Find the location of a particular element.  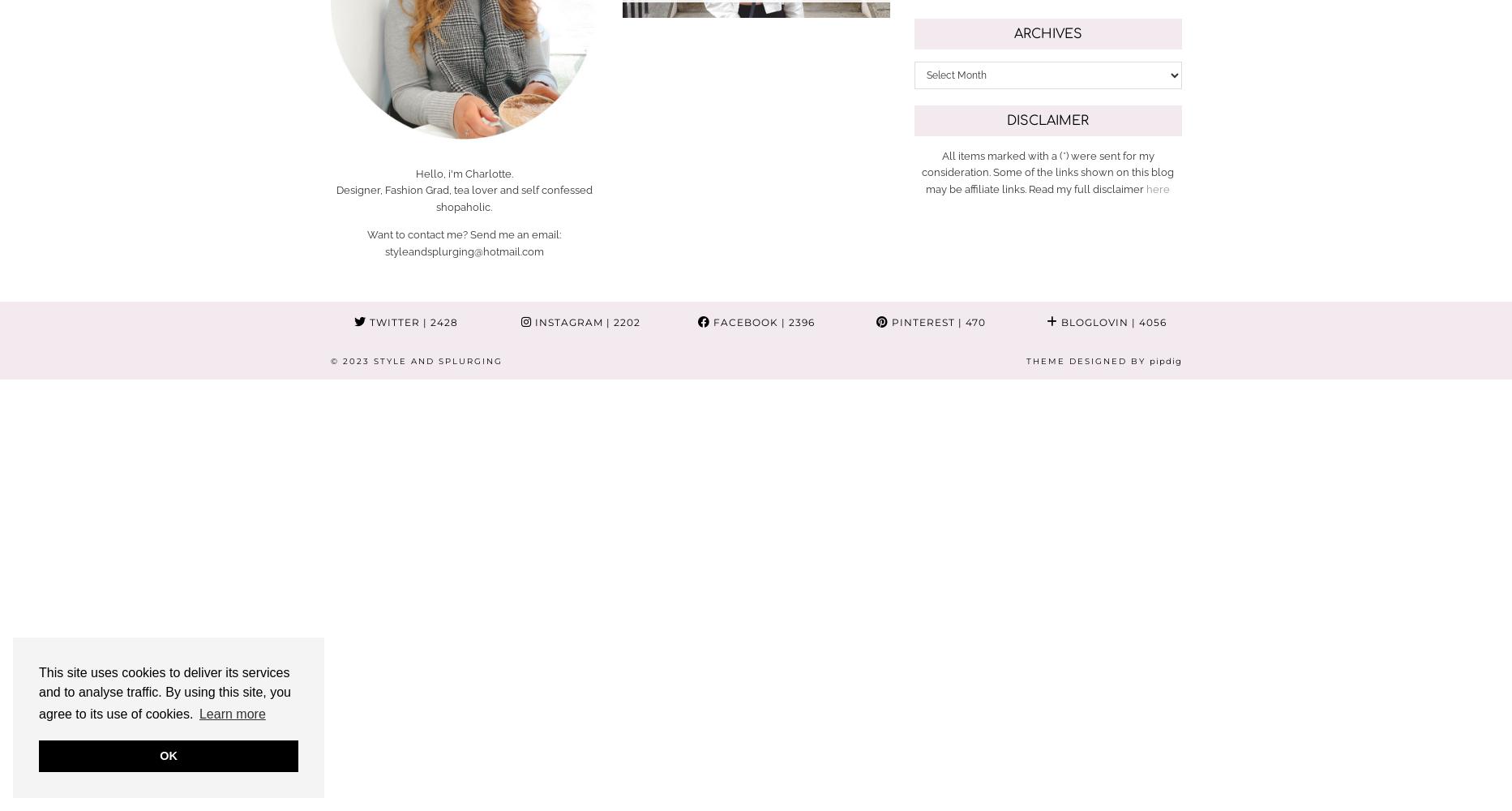

'| 2428' is located at coordinates (438, 321).